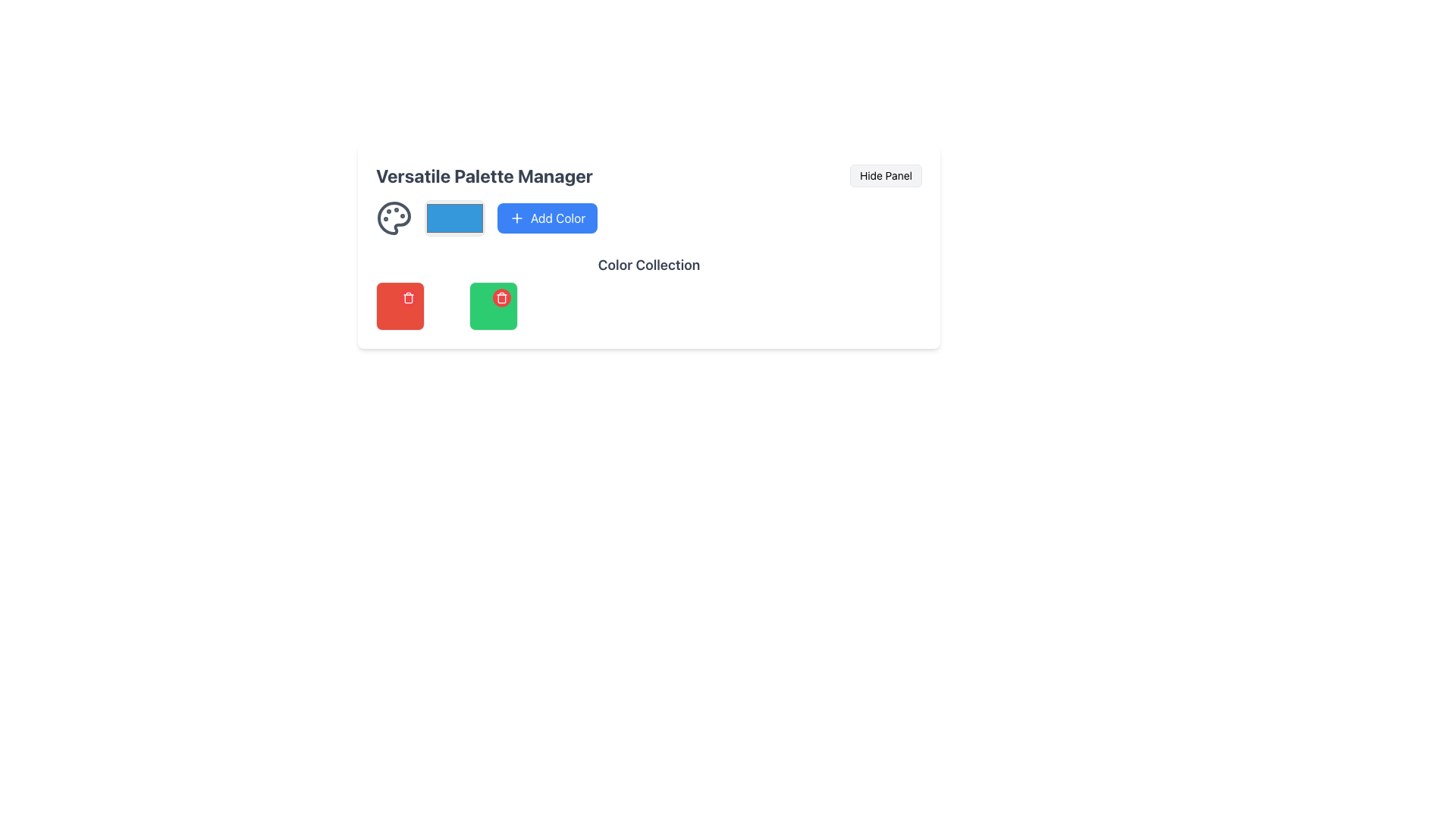 The image size is (1456, 819). Describe the element at coordinates (408, 298) in the screenshot. I see `the circular red button with a white trash can icon located at the upper-right corner of the red rectangular card` at that location.